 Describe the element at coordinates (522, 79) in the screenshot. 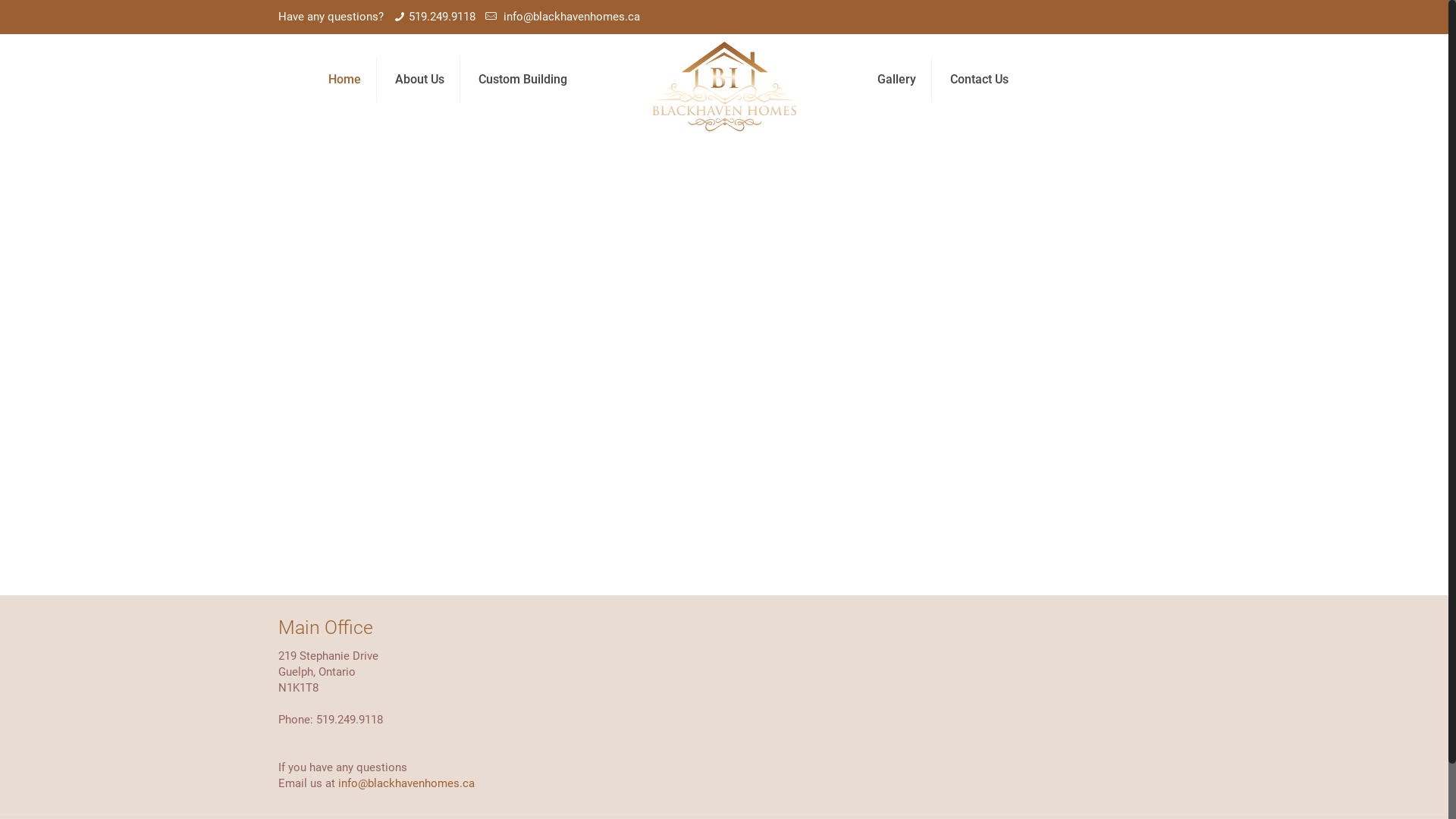

I see `'Custom Building'` at that location.